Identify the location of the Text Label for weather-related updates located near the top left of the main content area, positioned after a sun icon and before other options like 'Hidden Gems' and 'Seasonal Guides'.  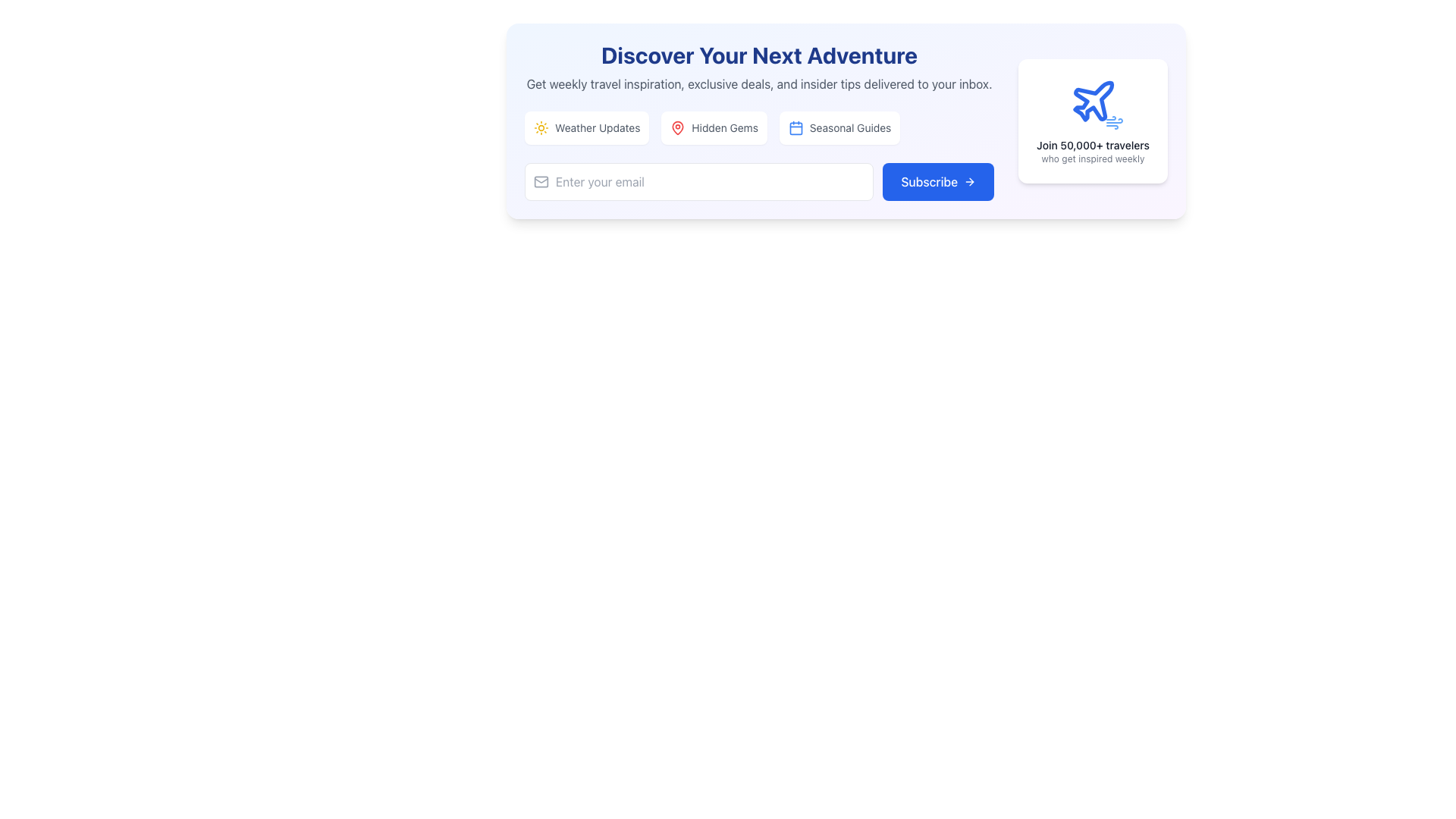
(597, 127).